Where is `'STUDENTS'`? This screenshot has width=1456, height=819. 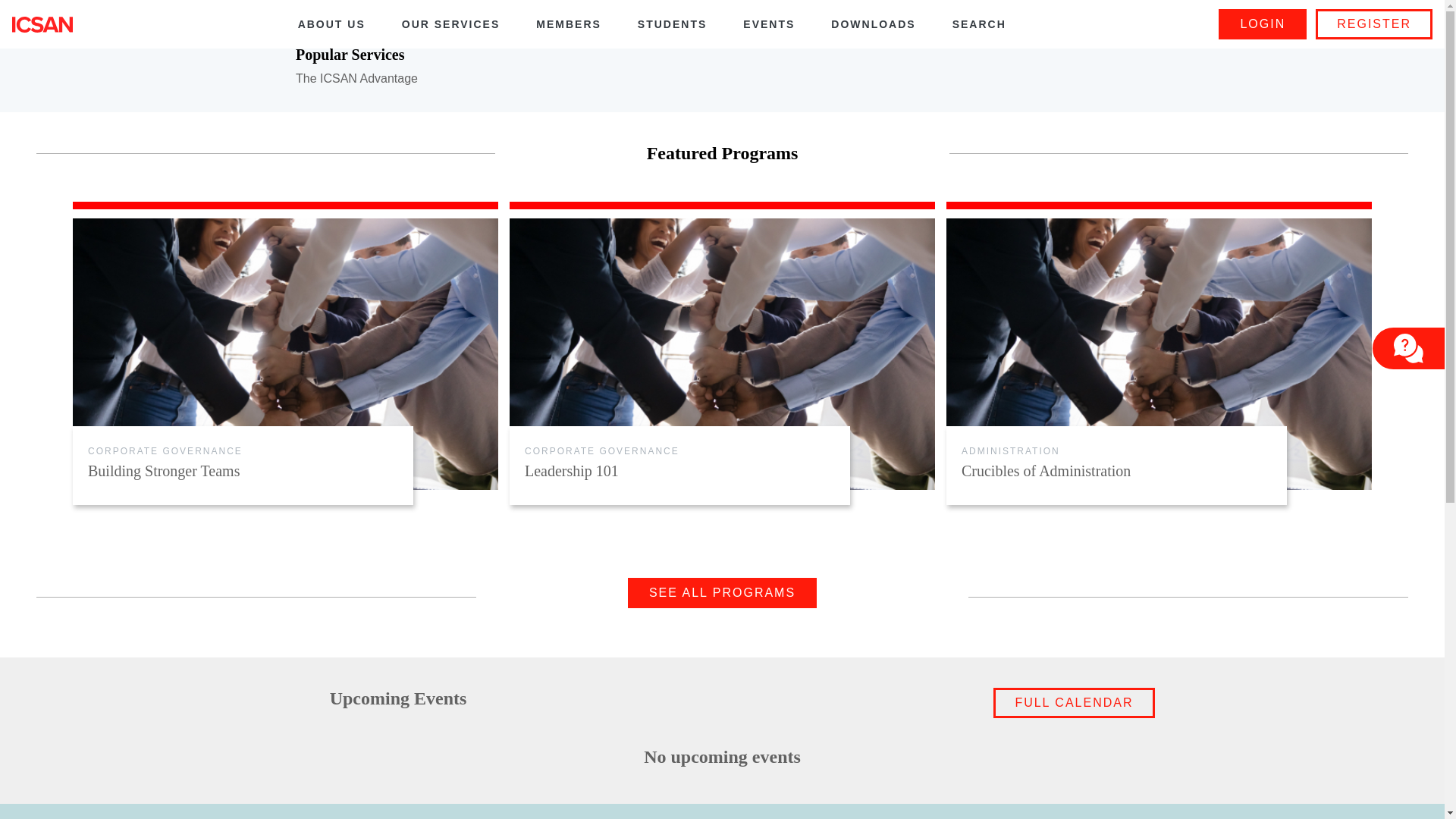
'STUDENTS' is located at coordinates (671, 24).